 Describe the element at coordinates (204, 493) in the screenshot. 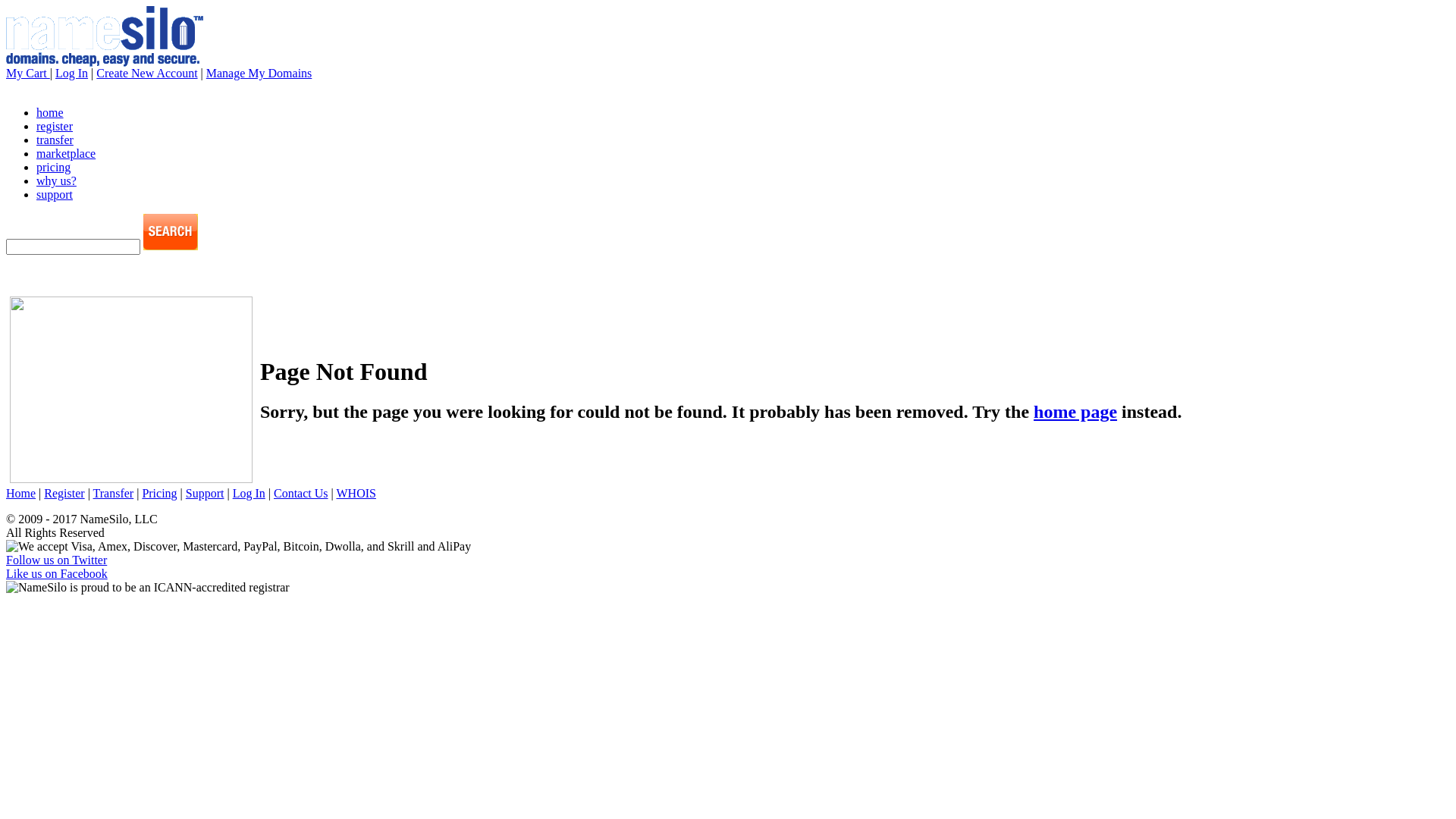

I see `'Support'` at that location.